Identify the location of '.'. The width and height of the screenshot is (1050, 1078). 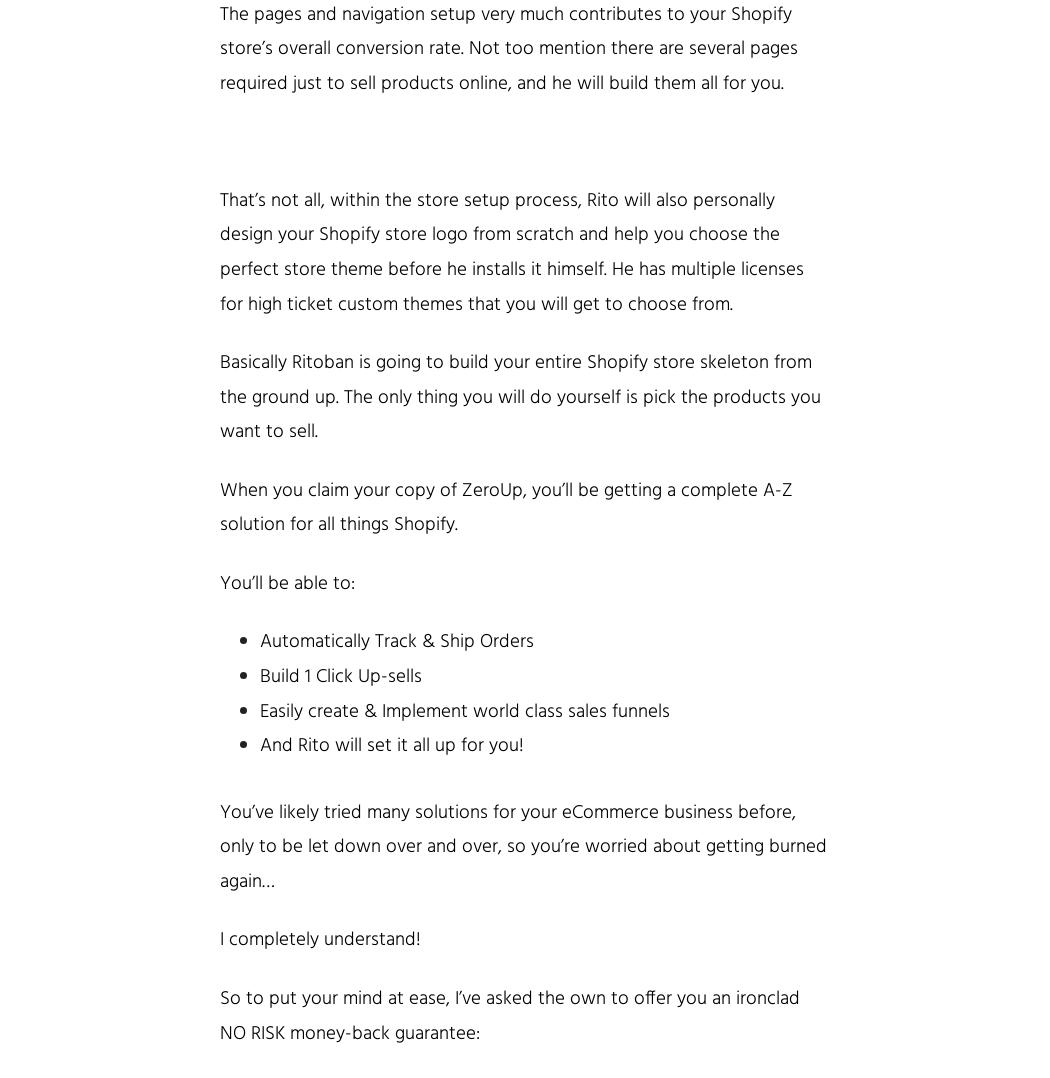
(456, 524).